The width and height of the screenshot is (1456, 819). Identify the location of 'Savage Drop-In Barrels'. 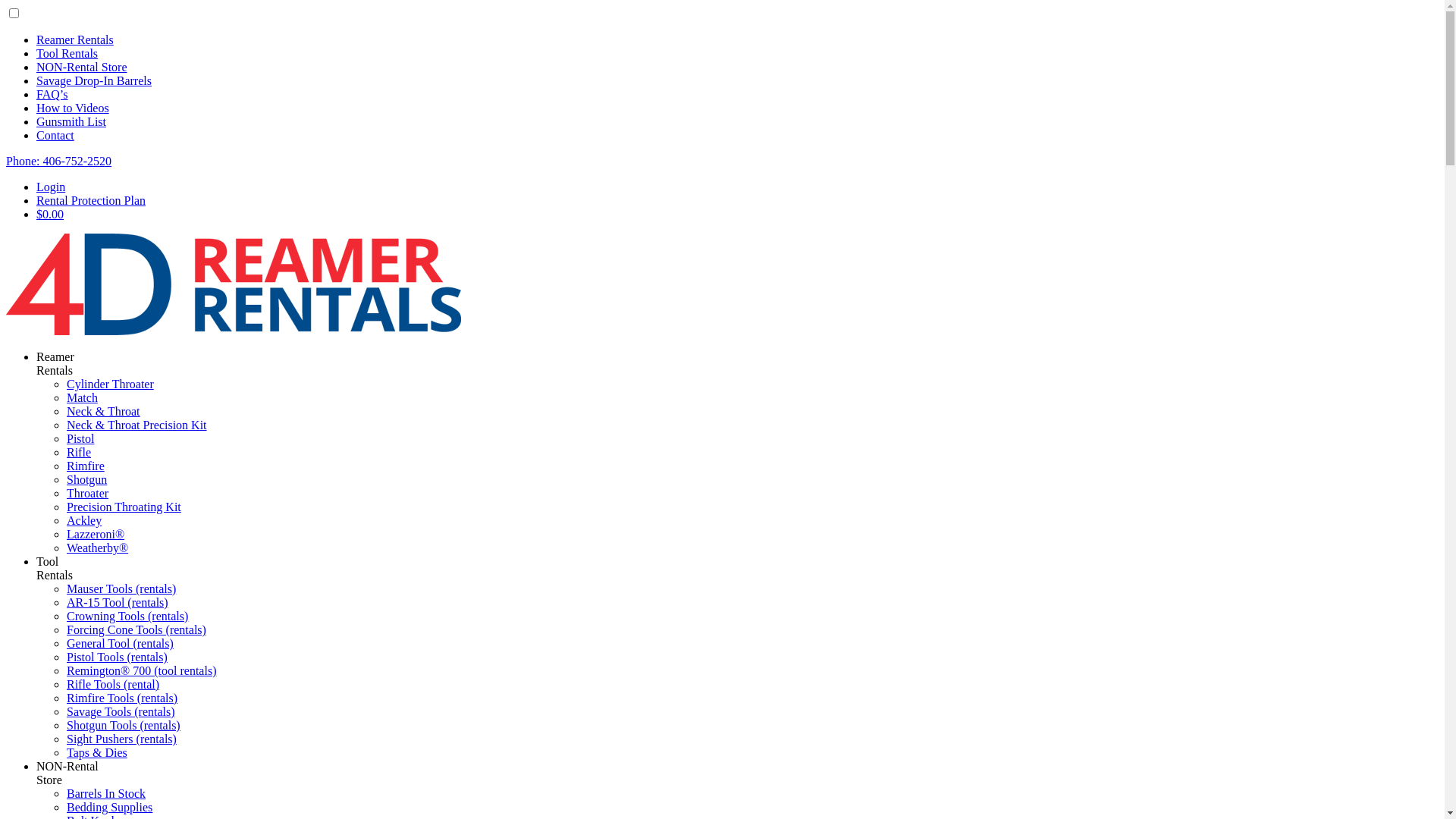
(93, 80).